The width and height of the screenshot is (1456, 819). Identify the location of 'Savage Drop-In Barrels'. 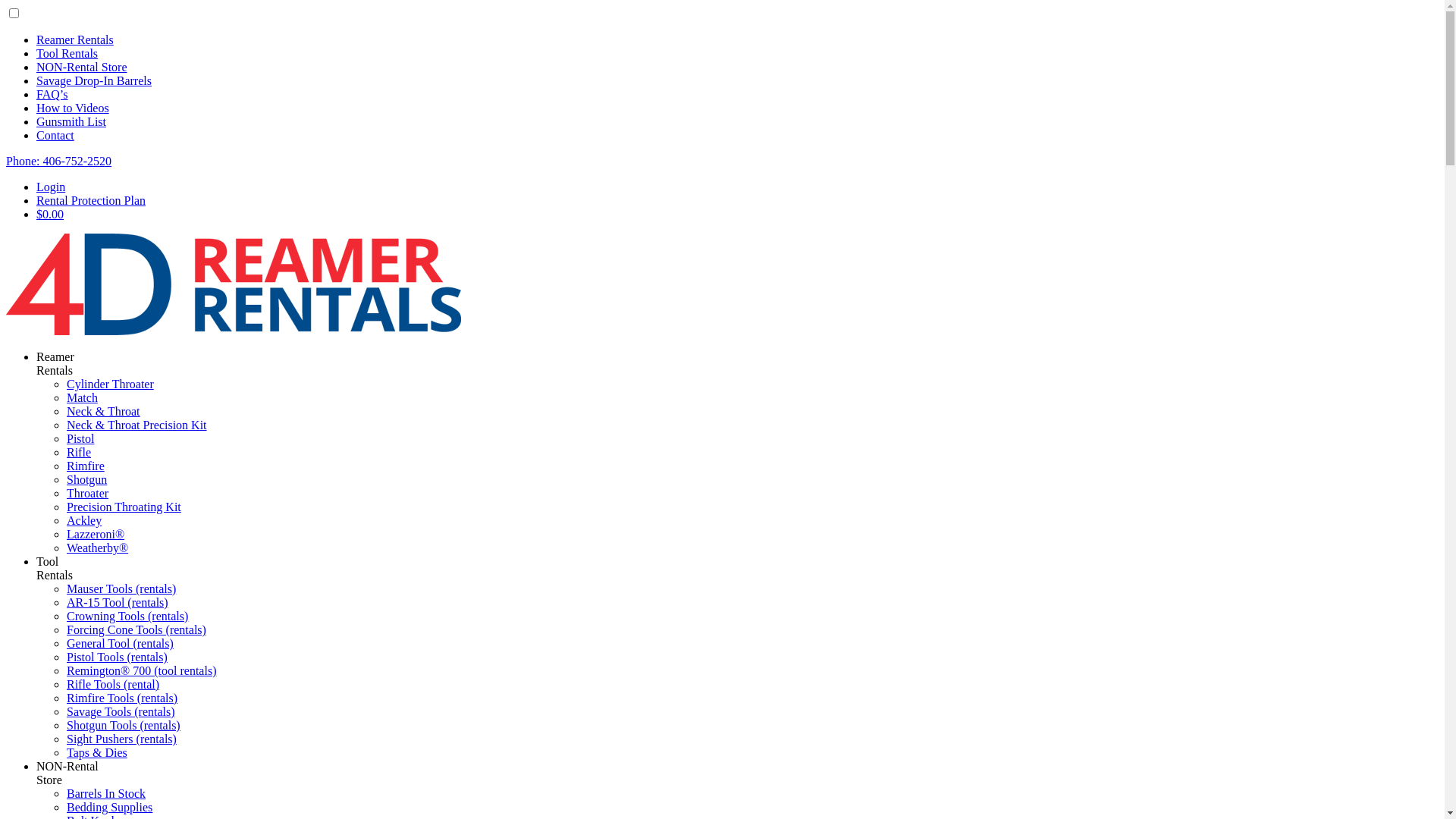
(93, 80).